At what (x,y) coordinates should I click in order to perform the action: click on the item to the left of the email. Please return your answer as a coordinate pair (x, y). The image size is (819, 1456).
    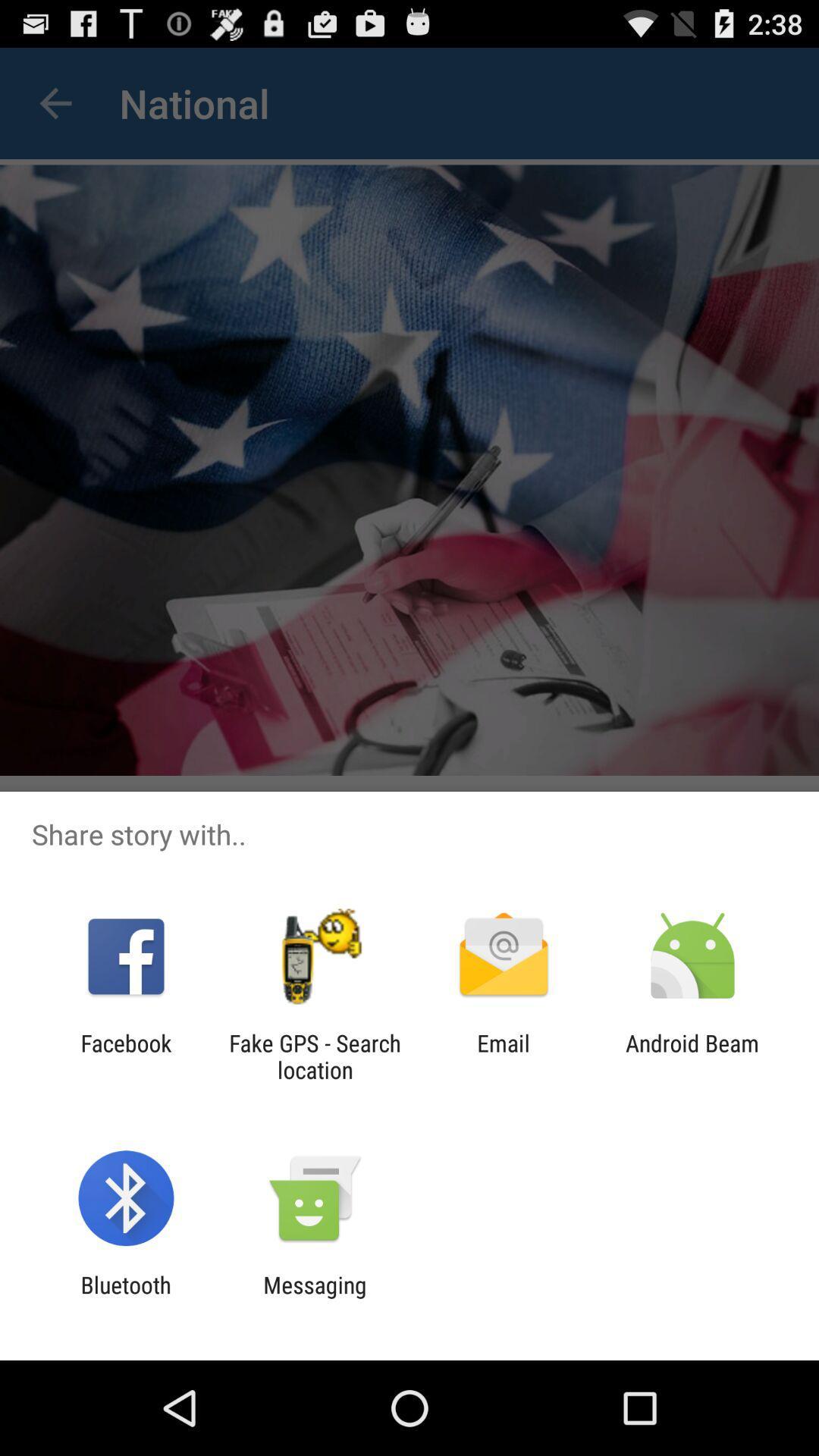
    Looking at the image, I should click on (314, 1056).